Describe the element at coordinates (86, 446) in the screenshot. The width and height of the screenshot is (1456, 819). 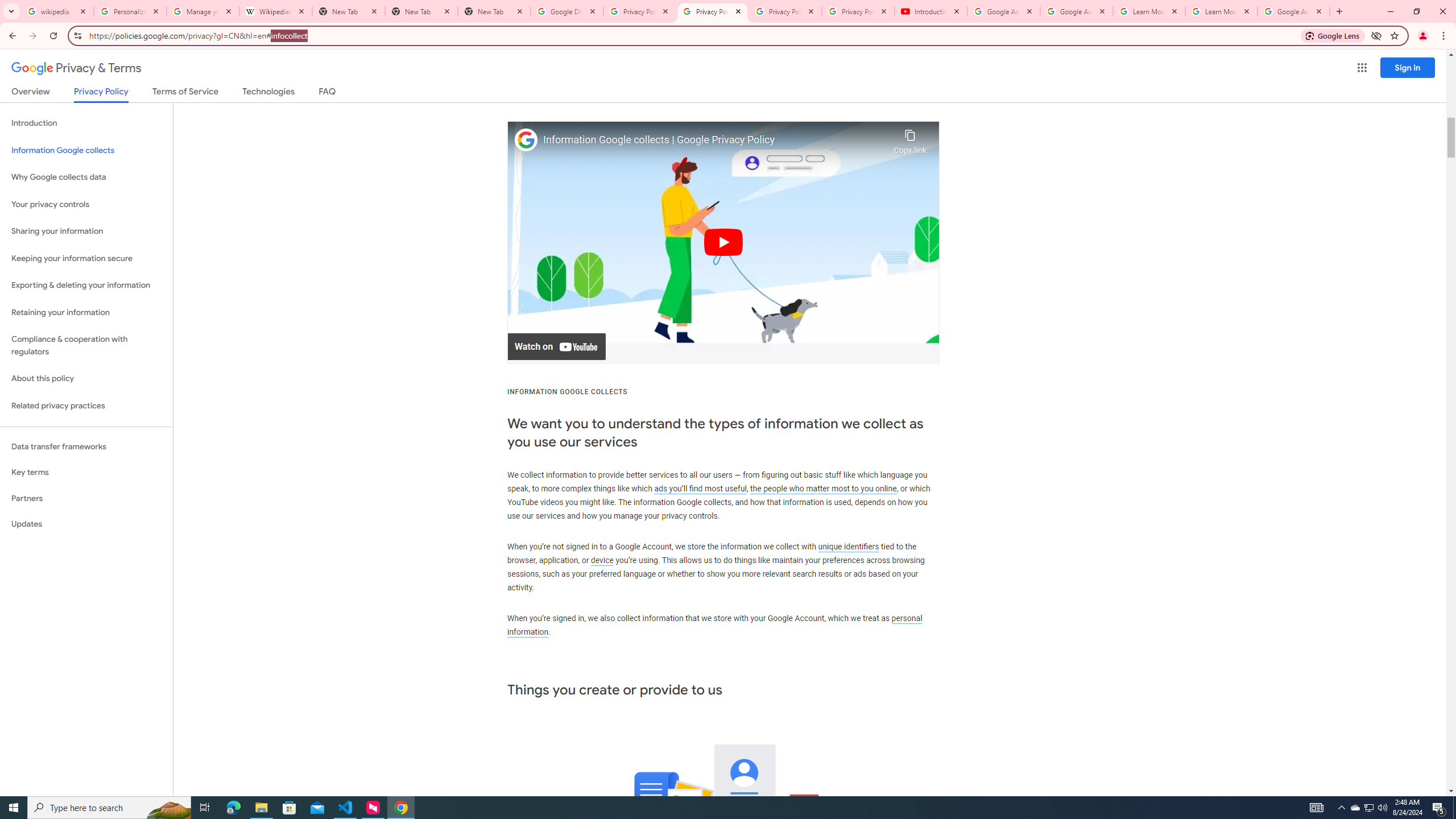
I see `'Data transfer frameworks'` at that location.